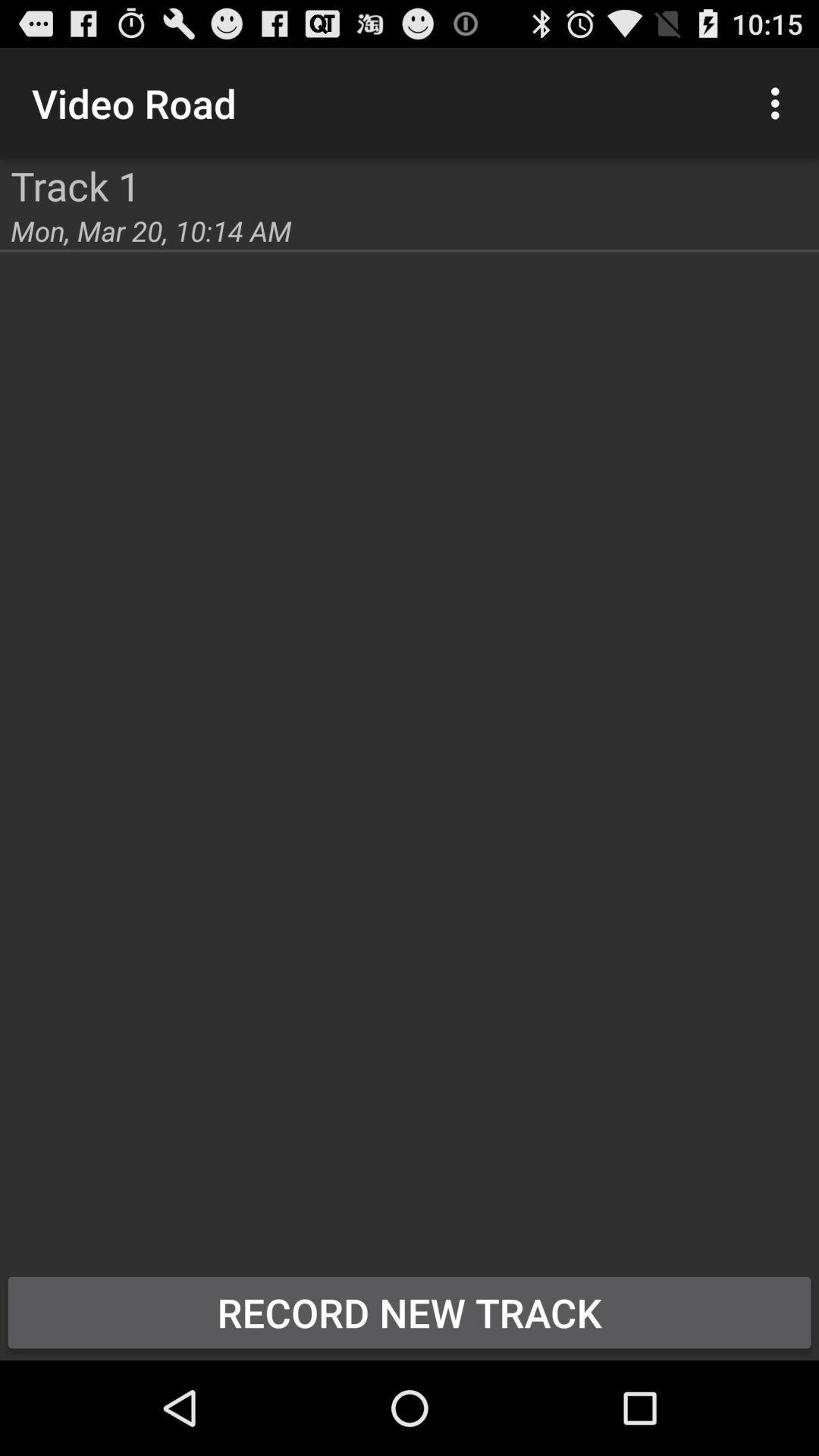  I want to click on the mon mar 20 app, so click(151, 230).